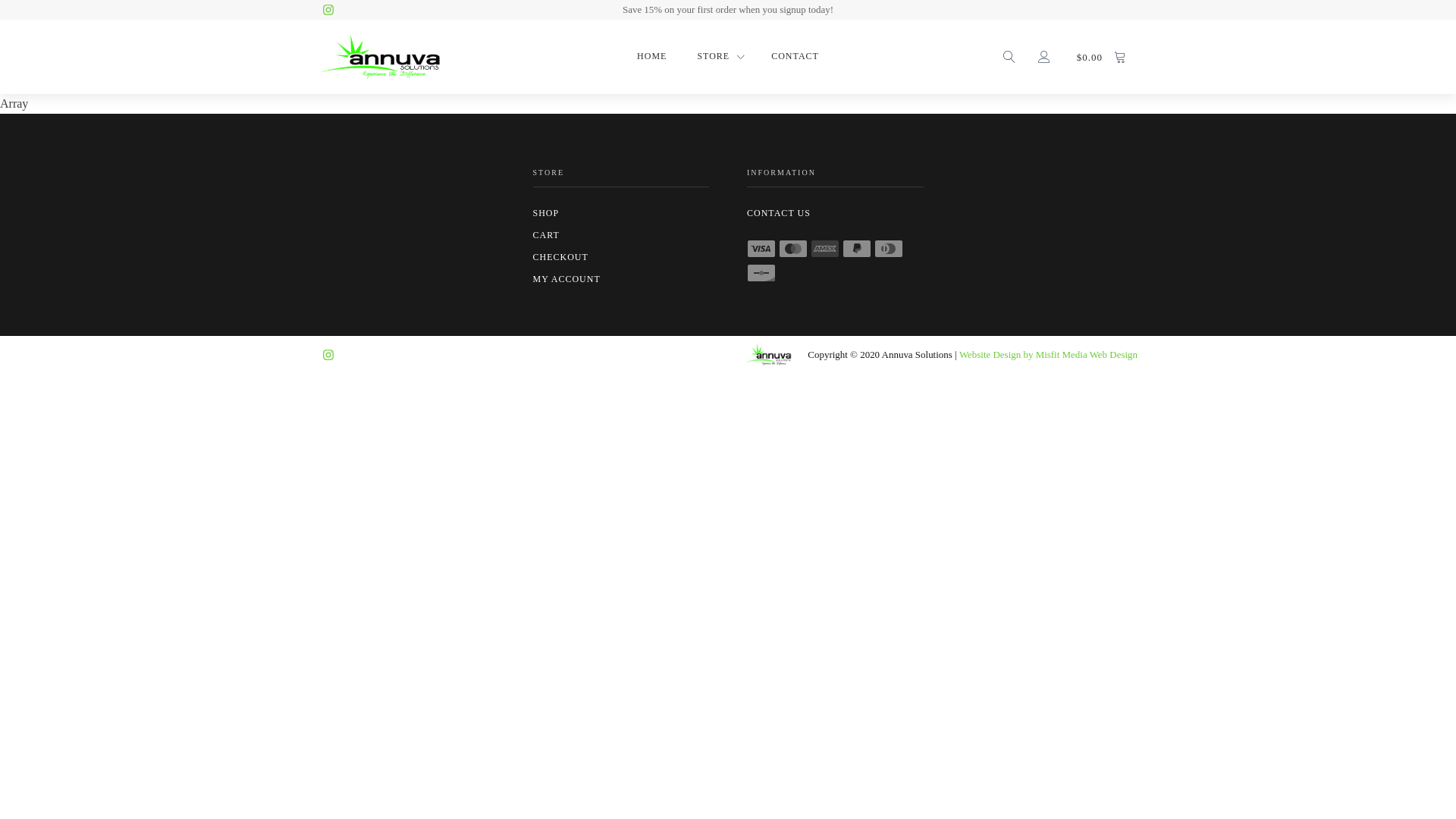  Describe the element at coordinates (620, 235) in the screenshot. I see `'CART'` at that location.